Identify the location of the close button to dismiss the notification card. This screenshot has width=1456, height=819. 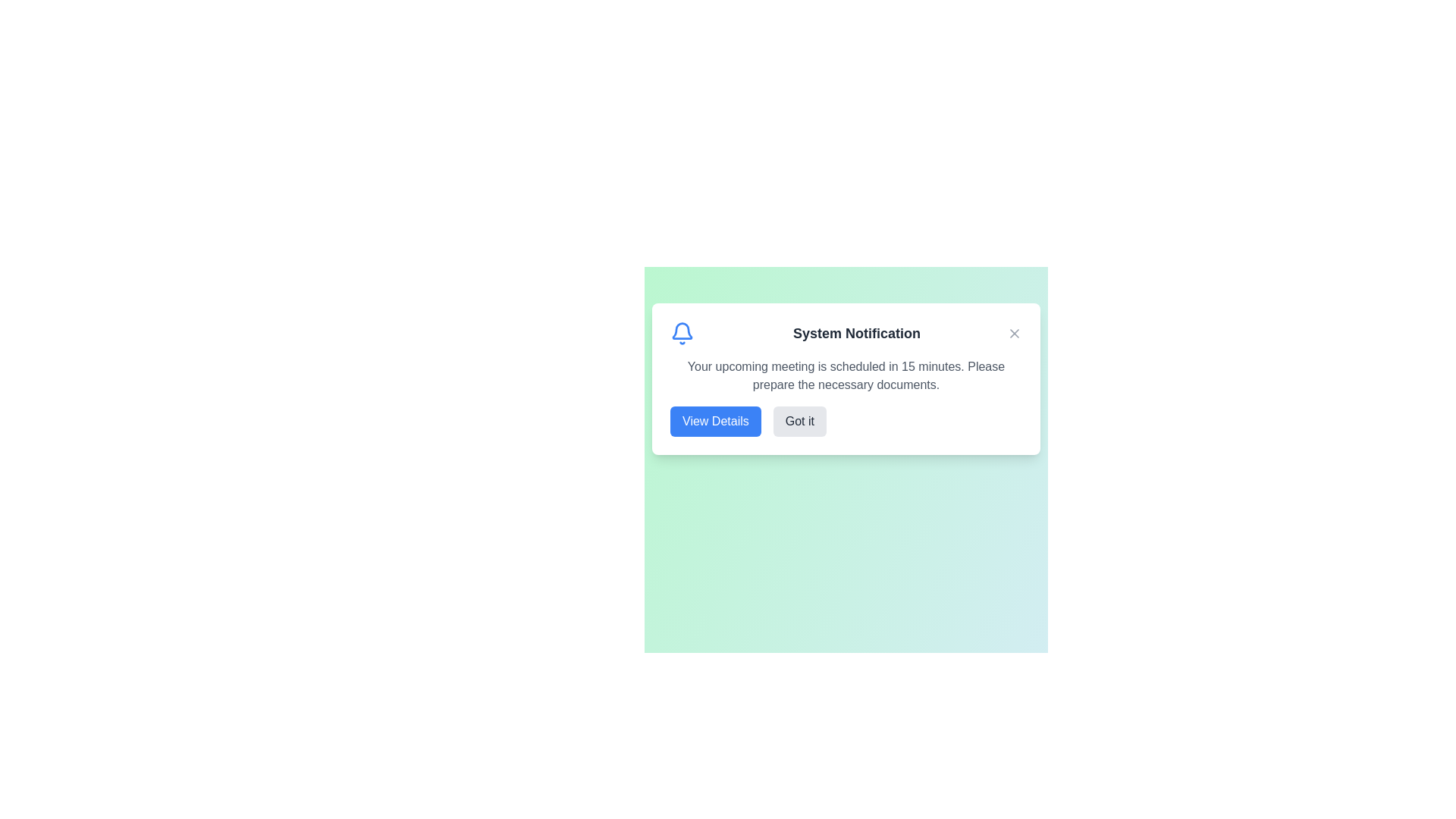
(1015, 332).